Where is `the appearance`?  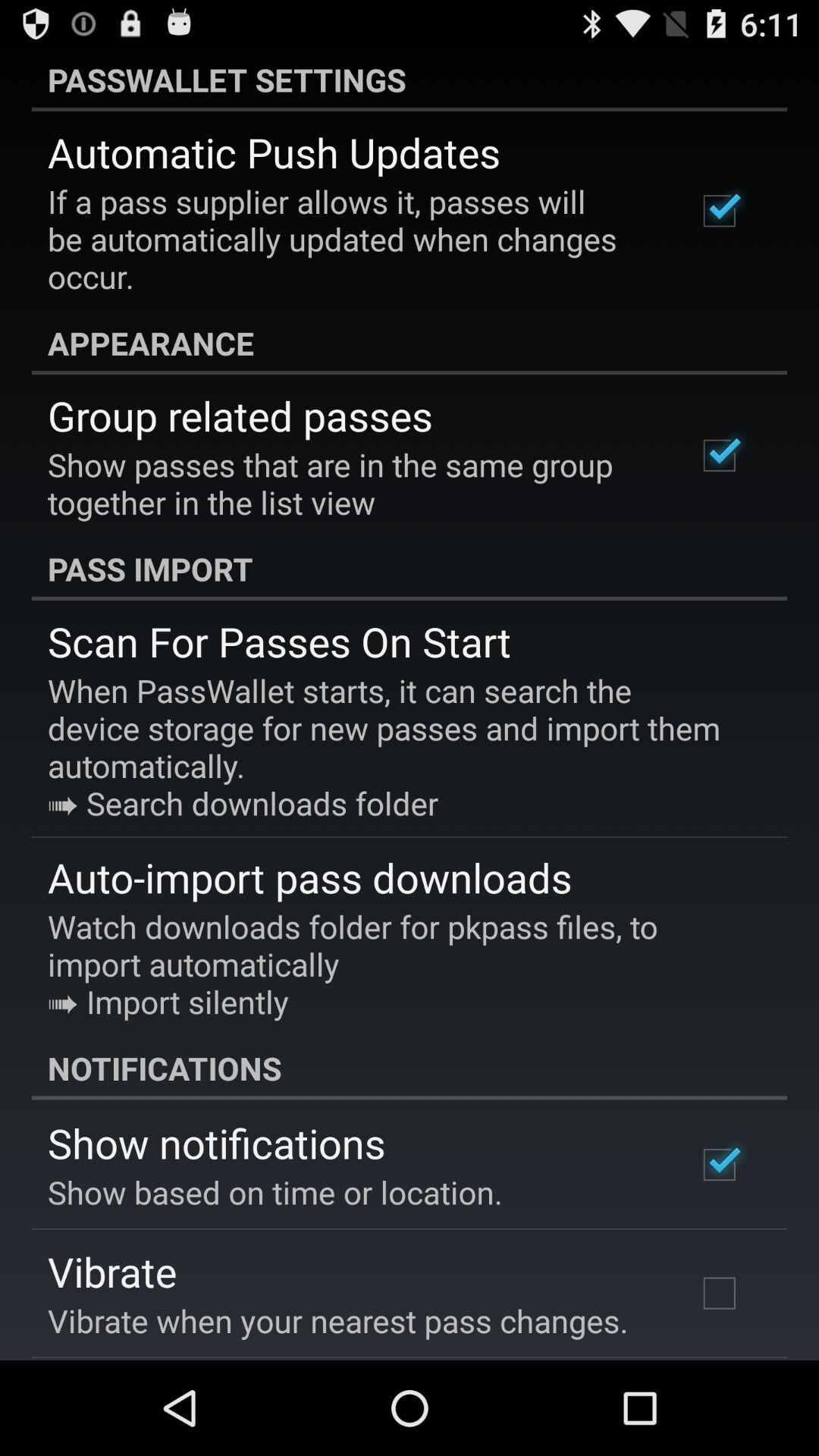
the appearance is located at coordinates (409, 342).